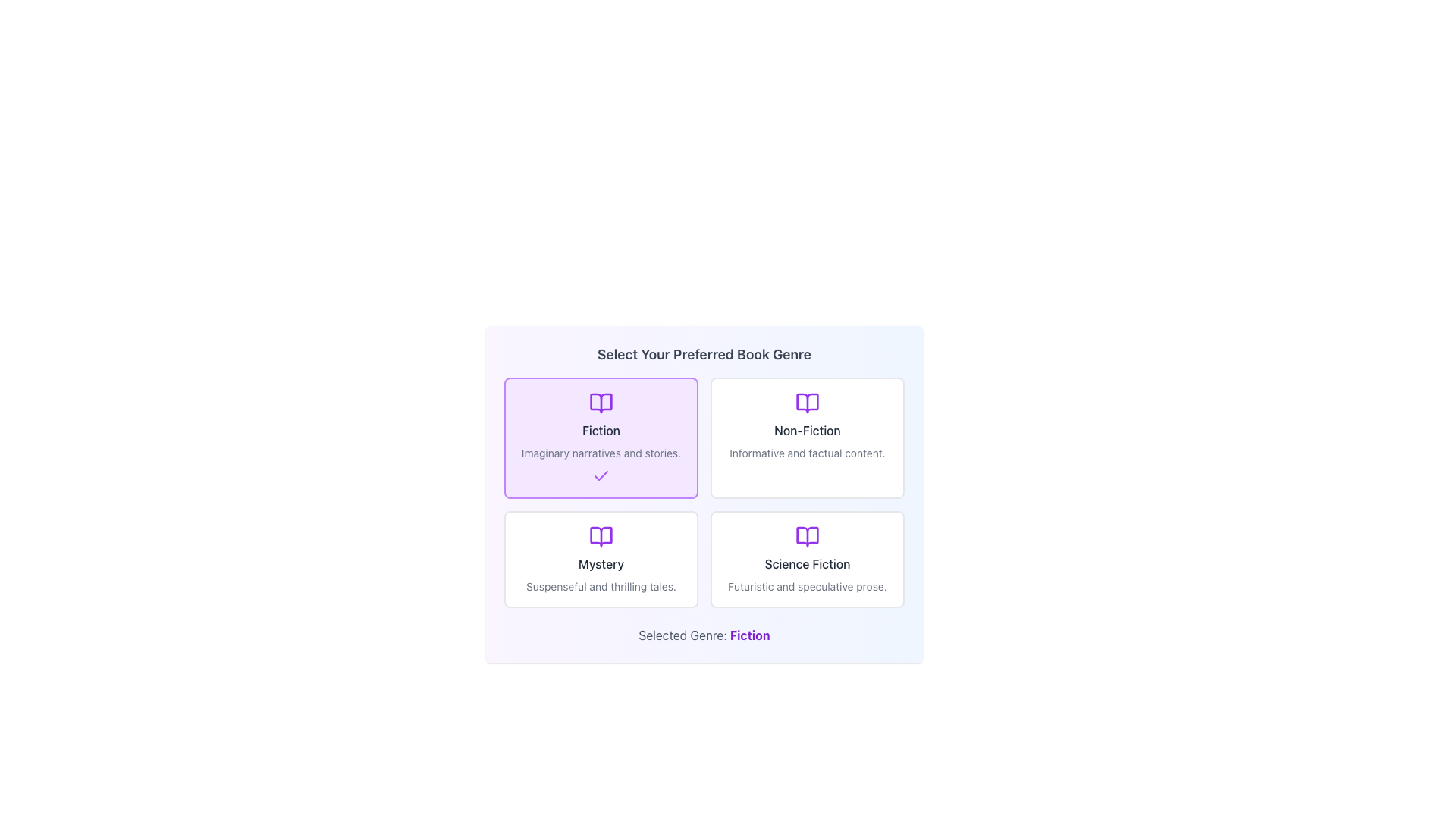 The height and width of the screenshot is (819, 1456). I want to click on descriptive label located below the 'Fiction' text on the purple-bordered card in the top-left corner of the grid, so click(600, 452).